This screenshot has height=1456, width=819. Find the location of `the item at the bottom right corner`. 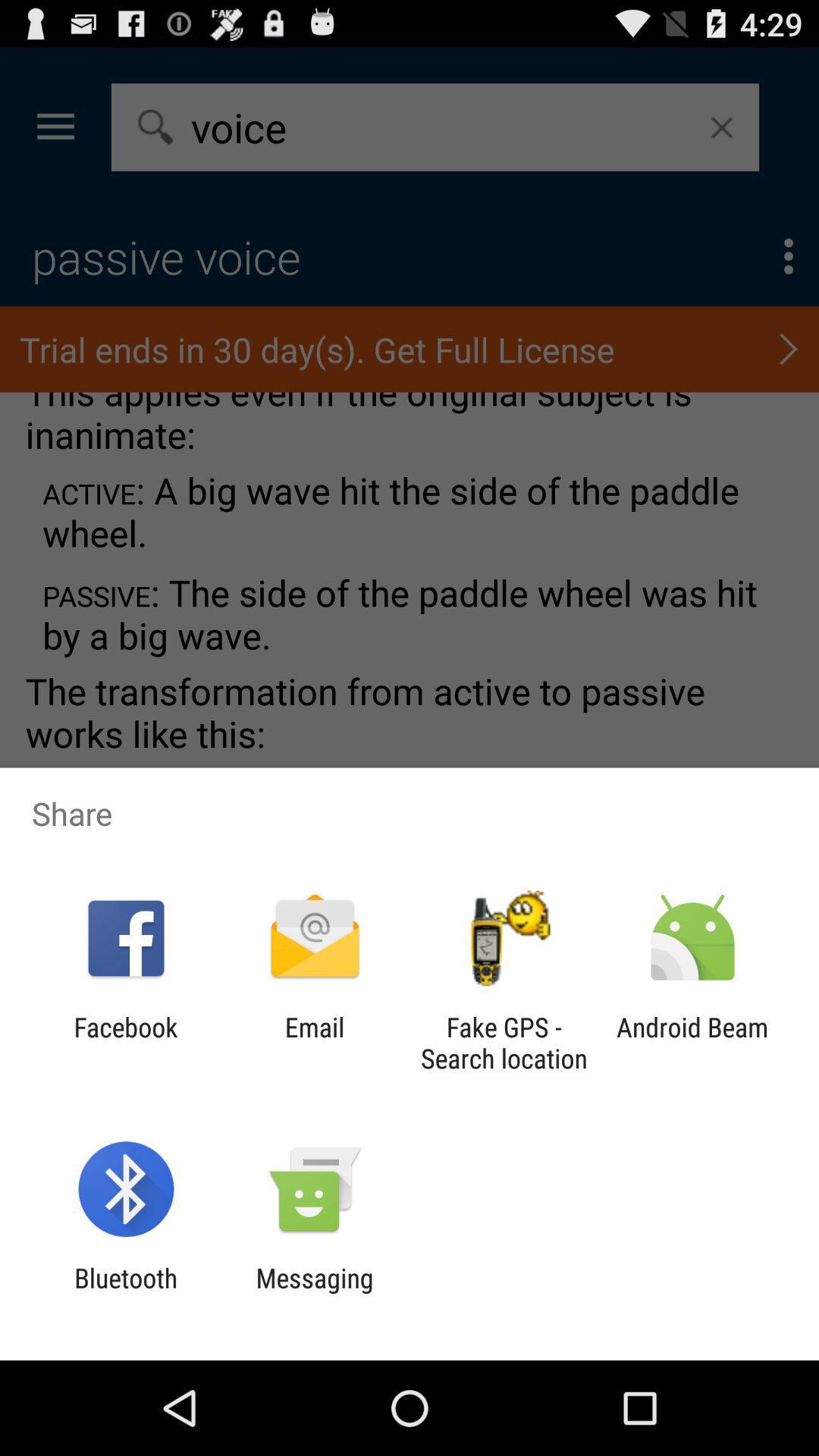

the item at the bottom right corner is located at coordinates (692, 1042).